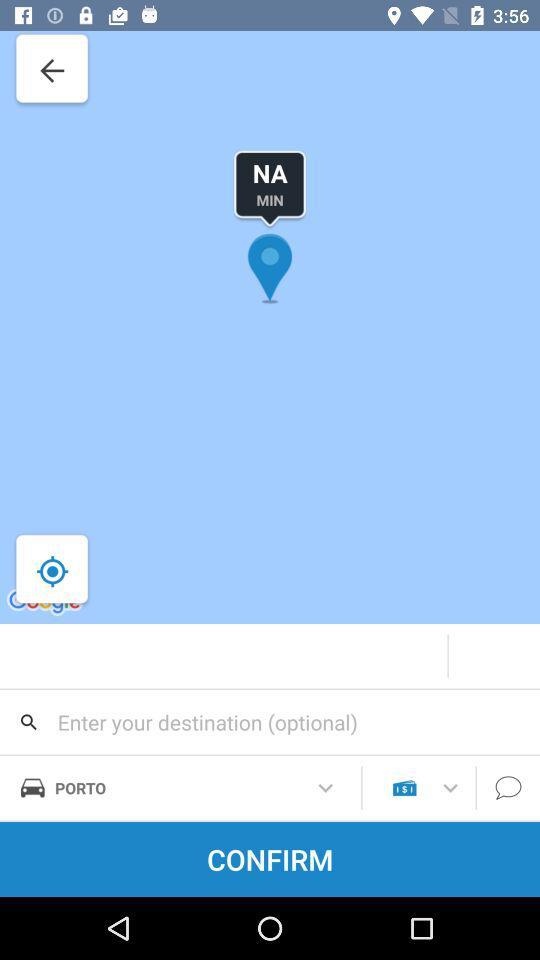 The width and height of the screenshot is (540, 960). Describe the element at coordinates (508, 788) in the screenshot. I see `messaging` at that location.